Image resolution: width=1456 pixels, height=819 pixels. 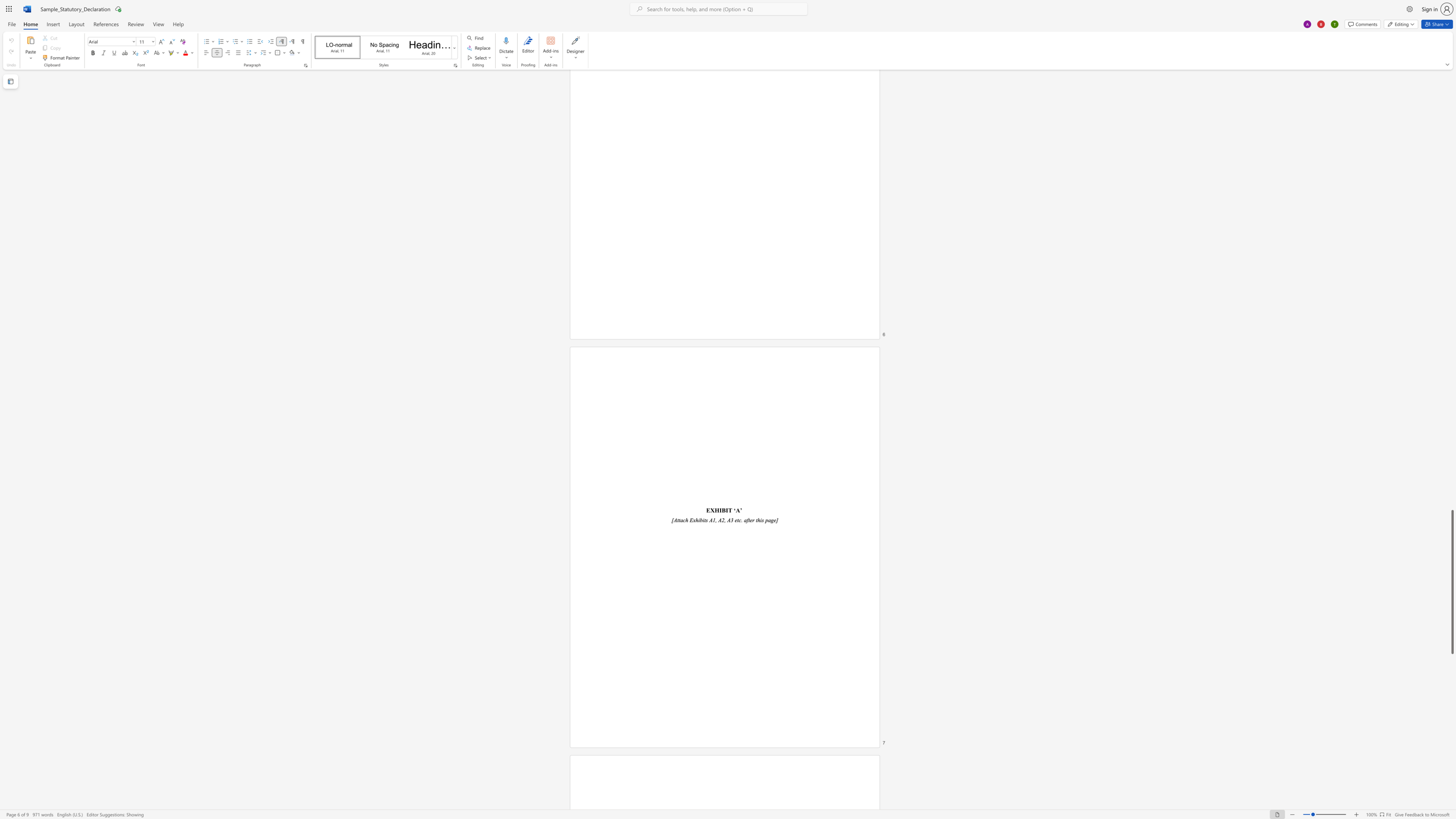 What do you see at coordinates (1451, 357) in the screenshot?
I see `the scrollbar on the right to move the page upward` at bounding box center [1451, 357].